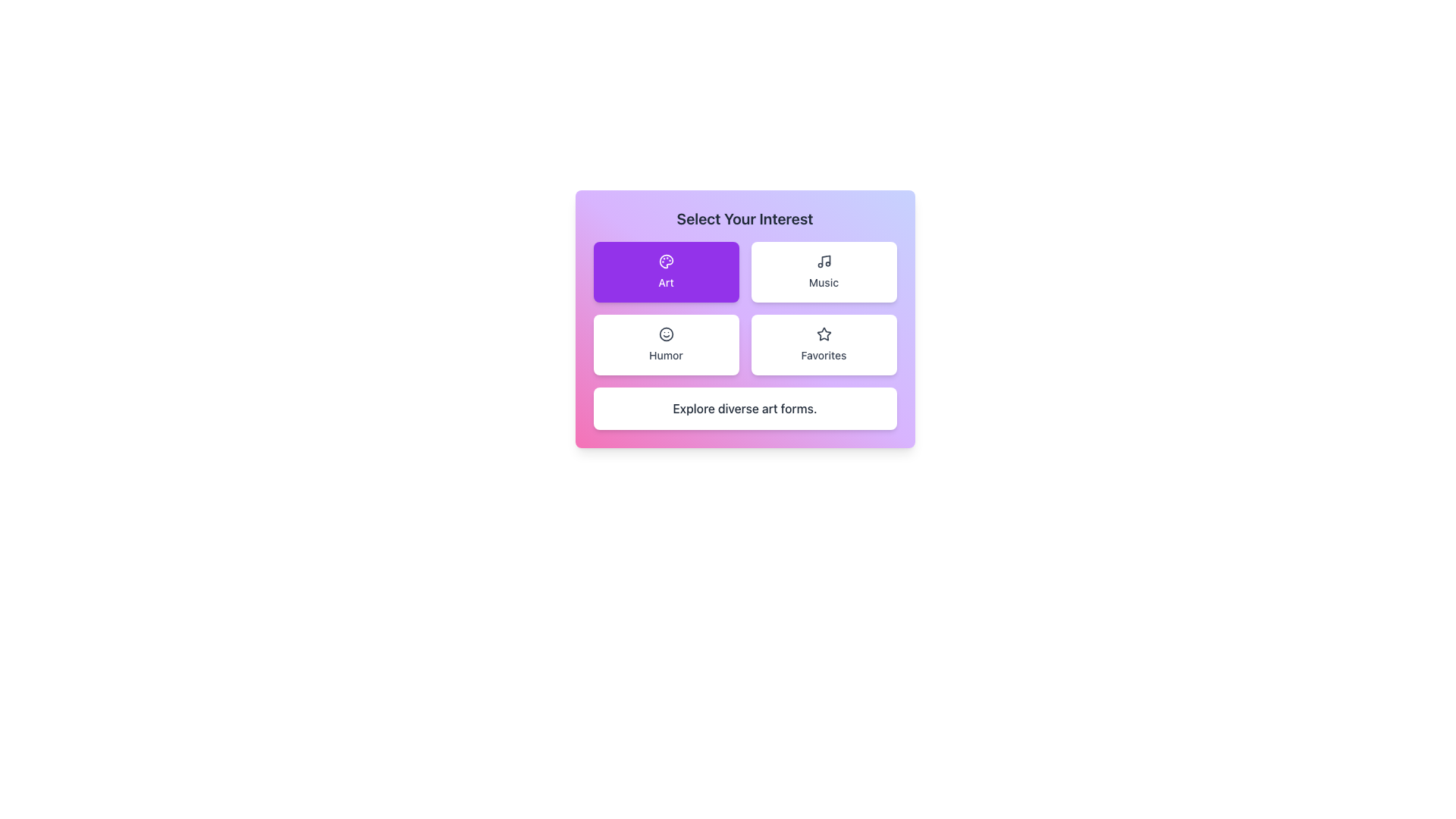 This screenshot has width=1456, height=819. I want to click on the 'Humor' label text located in the grid layout, which represents the third button in the left column of the second row, so click(666, 356).